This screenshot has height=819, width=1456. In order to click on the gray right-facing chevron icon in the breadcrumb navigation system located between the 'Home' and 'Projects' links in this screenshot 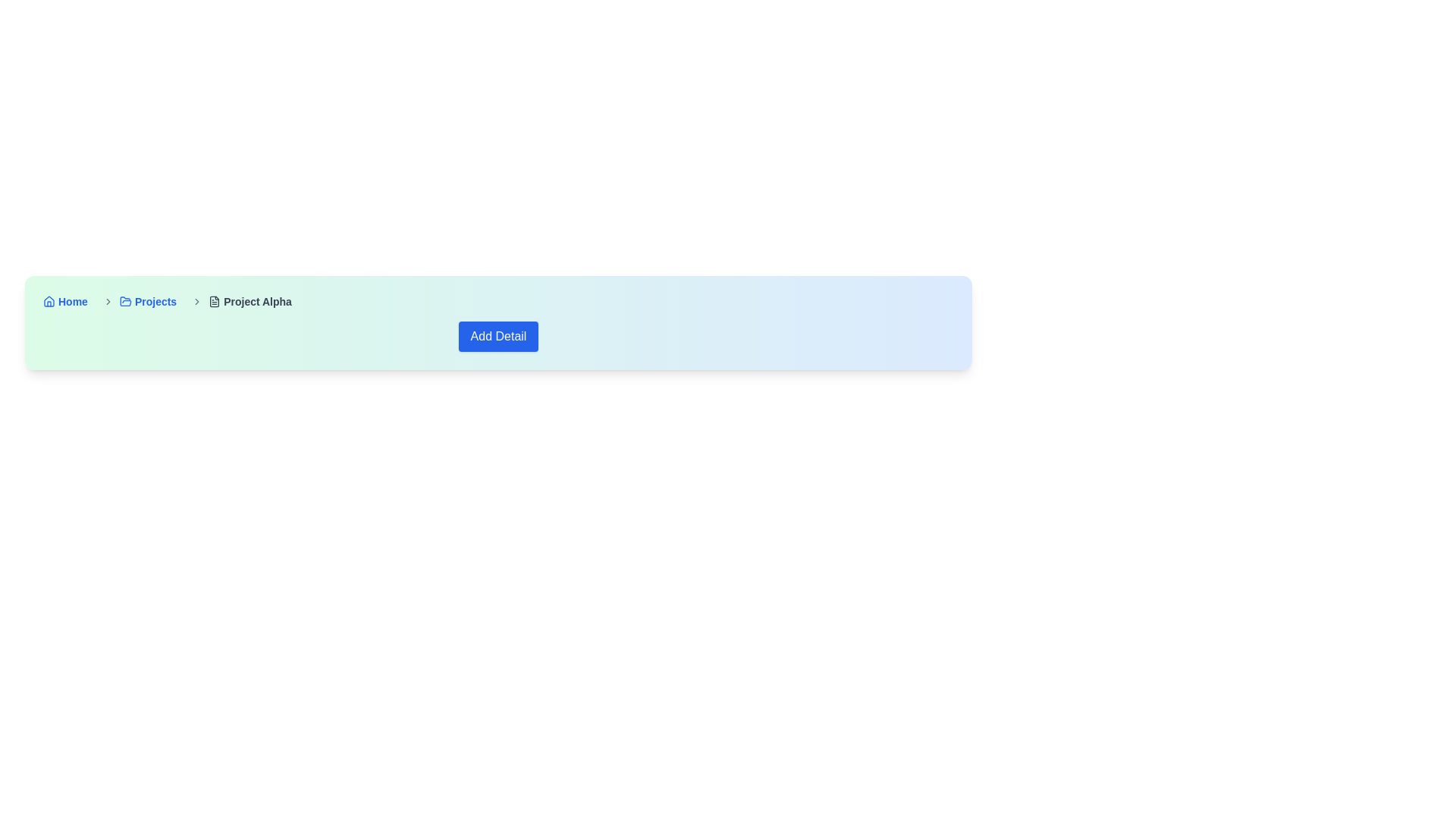, I will do `click(107, 301)`.